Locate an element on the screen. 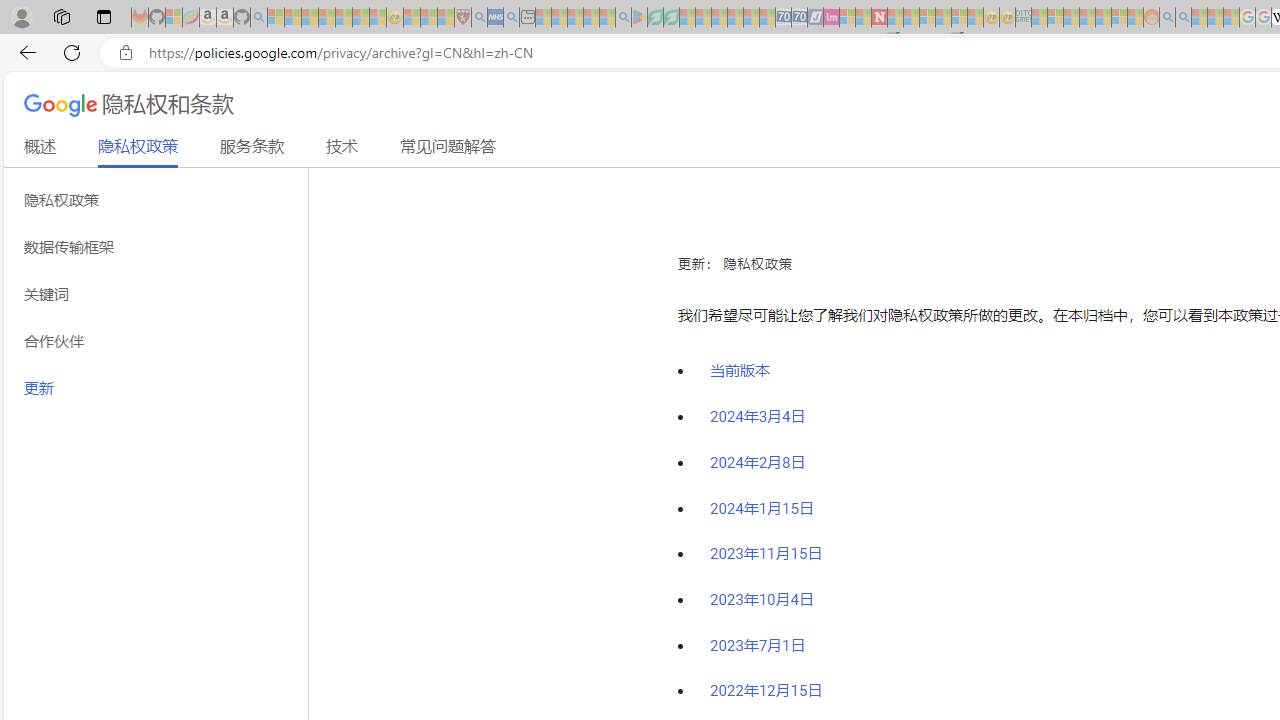  'The Weather Channel - MSN - Sleeping' is located at coordinates (308, 17).